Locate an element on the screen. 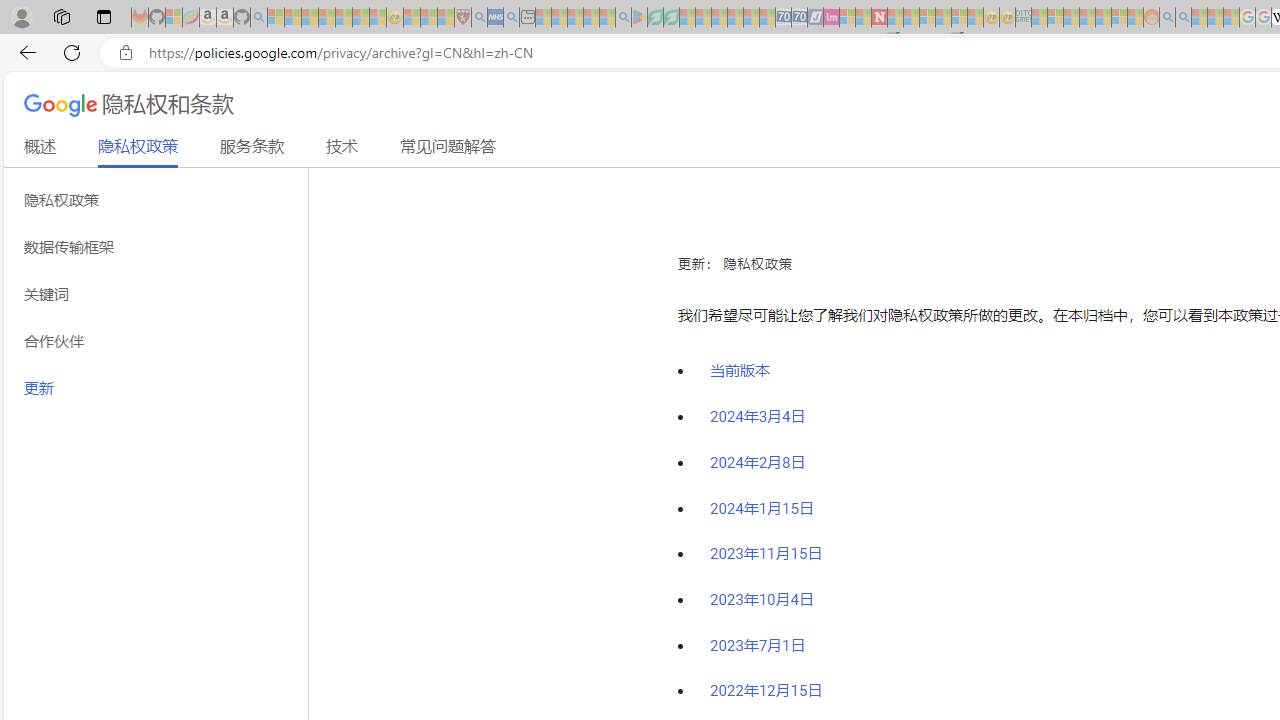  'The Weather Channel - MSN - Sleeping' is located at coordinates (308, 17).